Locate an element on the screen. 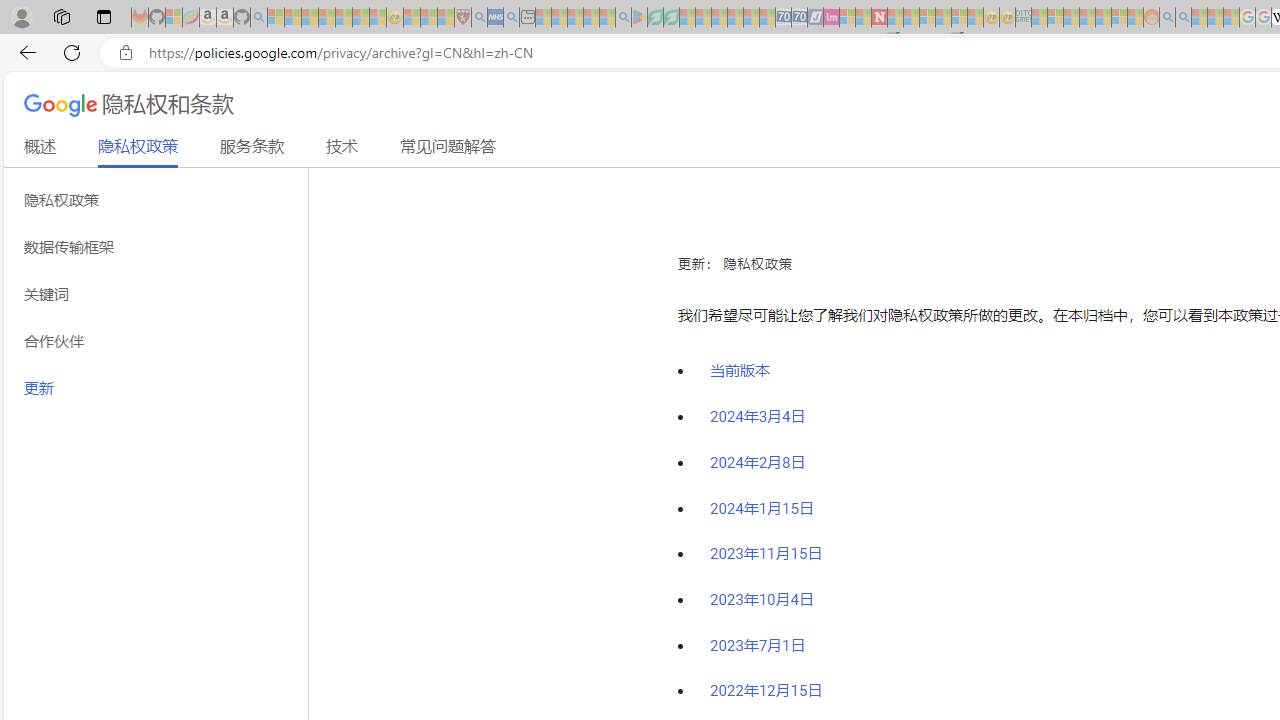  'The Weather Channel - MSN - Sleeping' is located at coordinates (308, 17).